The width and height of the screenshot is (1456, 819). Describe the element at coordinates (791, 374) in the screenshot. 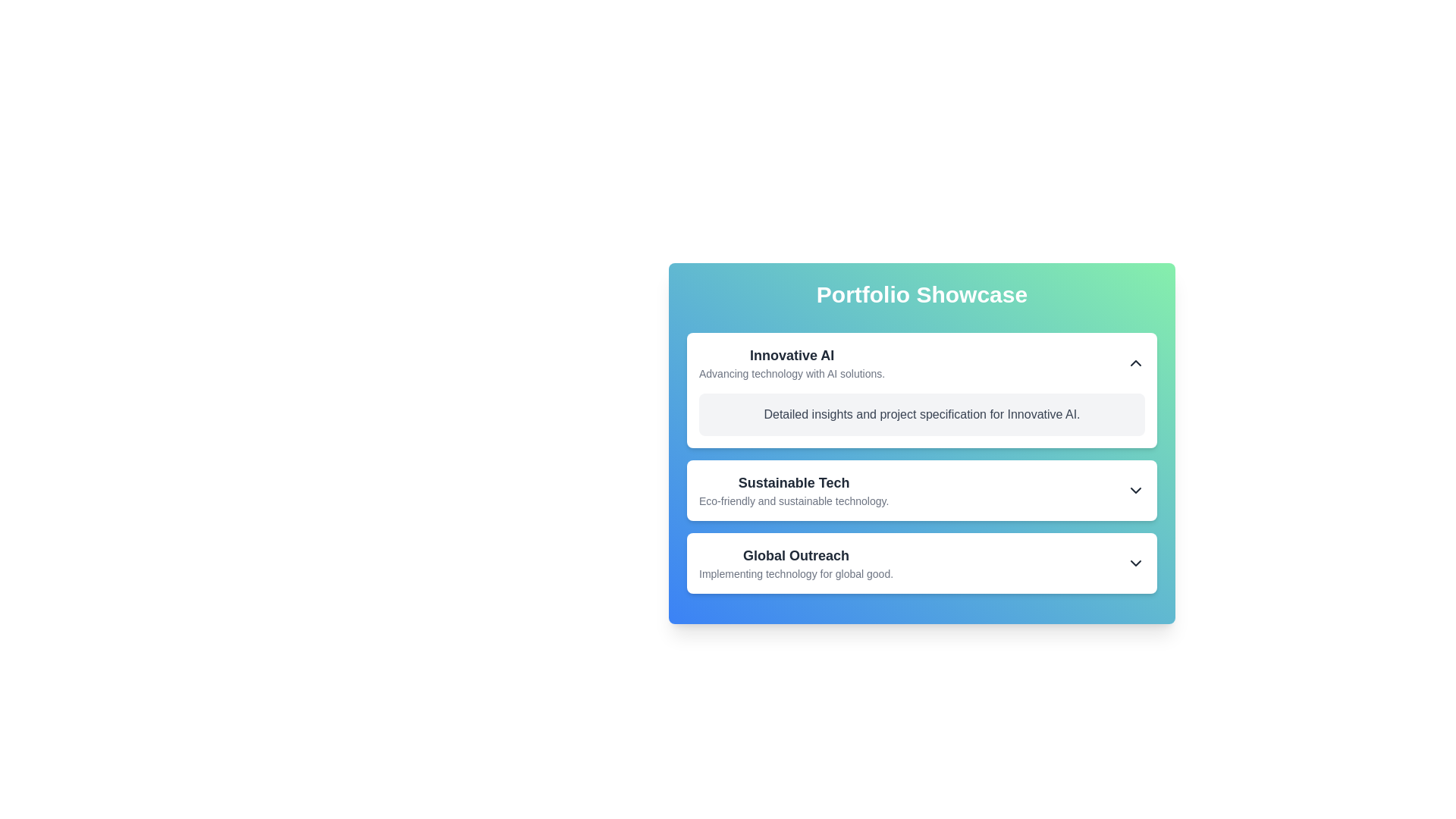

I see `the text label saying 'Advancing technology with AI solutions.' which is located below the heading 'Innovative AI' in the first card of the 'Portfolio Showcase'` at that location.